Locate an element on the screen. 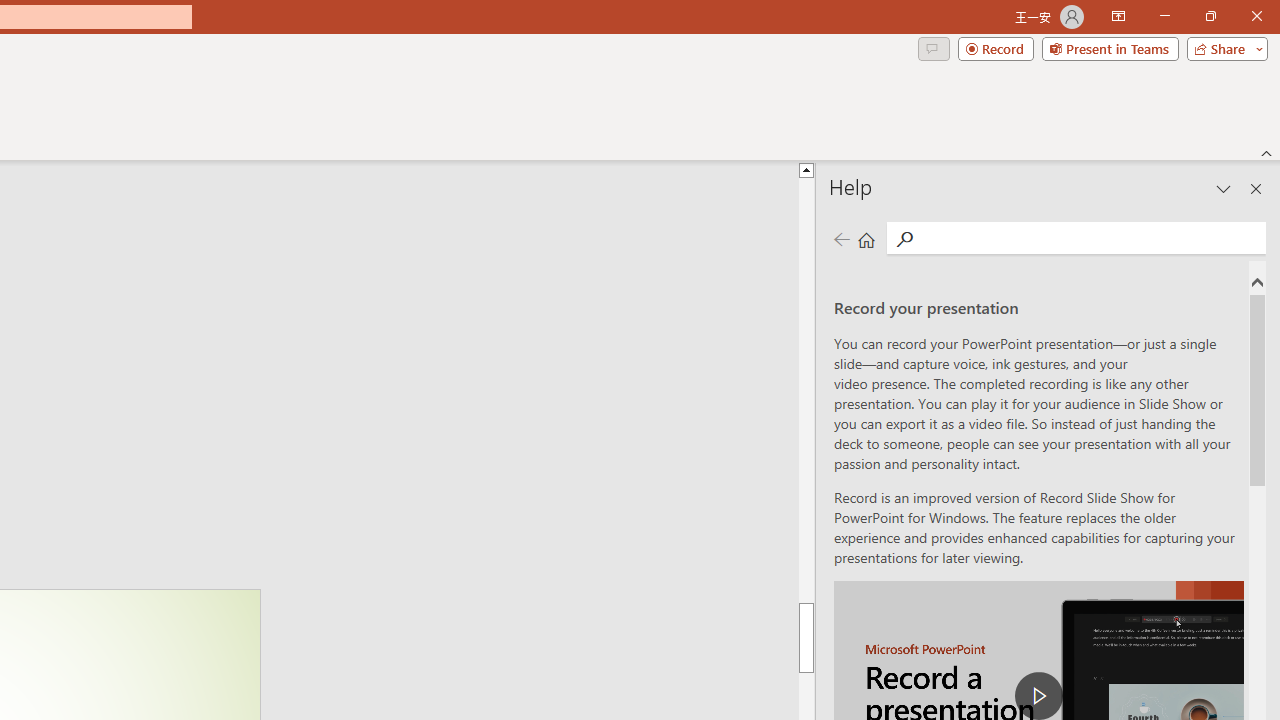  'Share' is located at coordinates (1222, 47).